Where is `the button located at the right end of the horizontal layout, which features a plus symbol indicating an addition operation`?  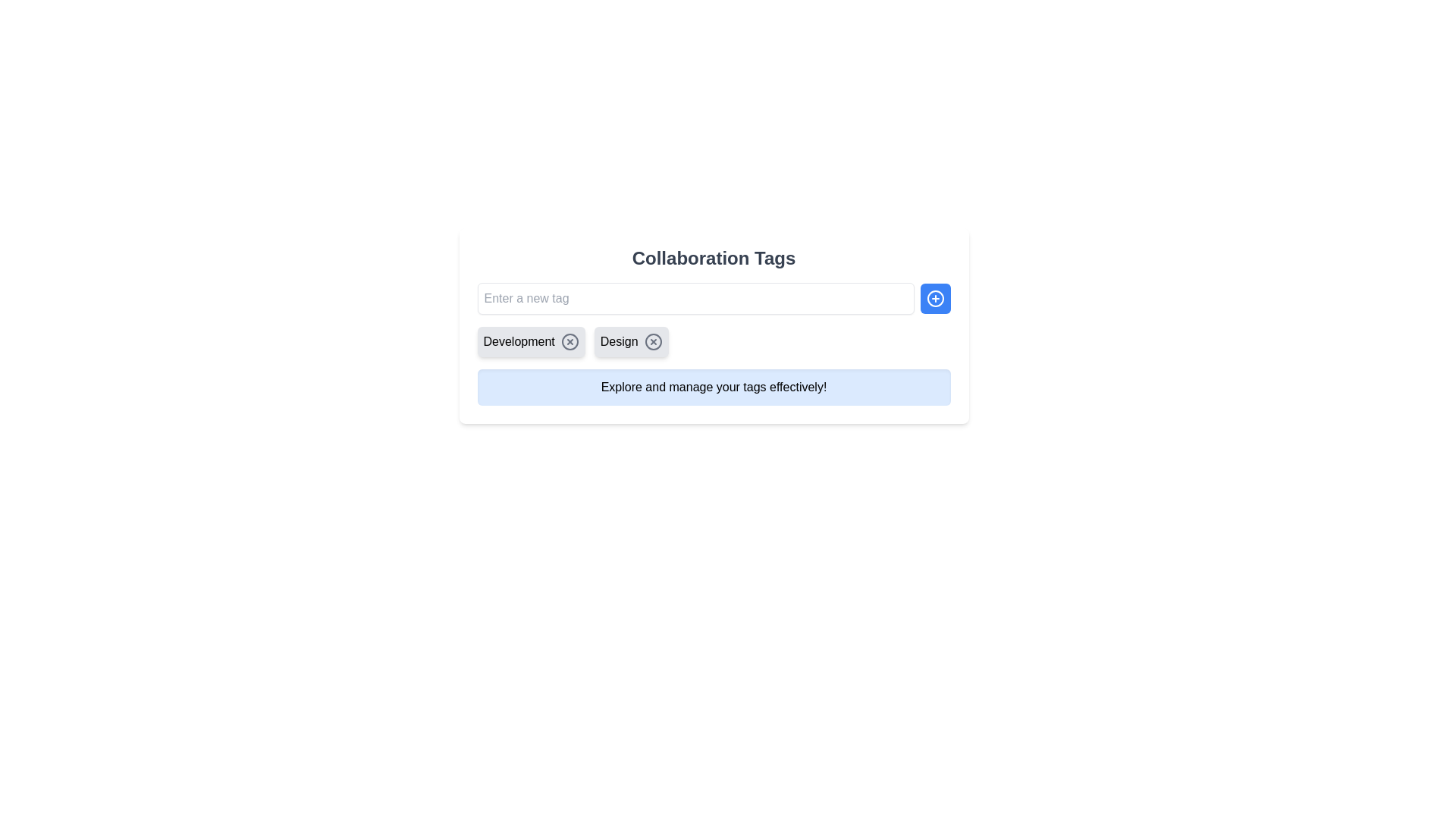 the button located at the right end of the horizontal layout, which features a plus symbol indicating an addition operation is located at coordinates (934, 298).